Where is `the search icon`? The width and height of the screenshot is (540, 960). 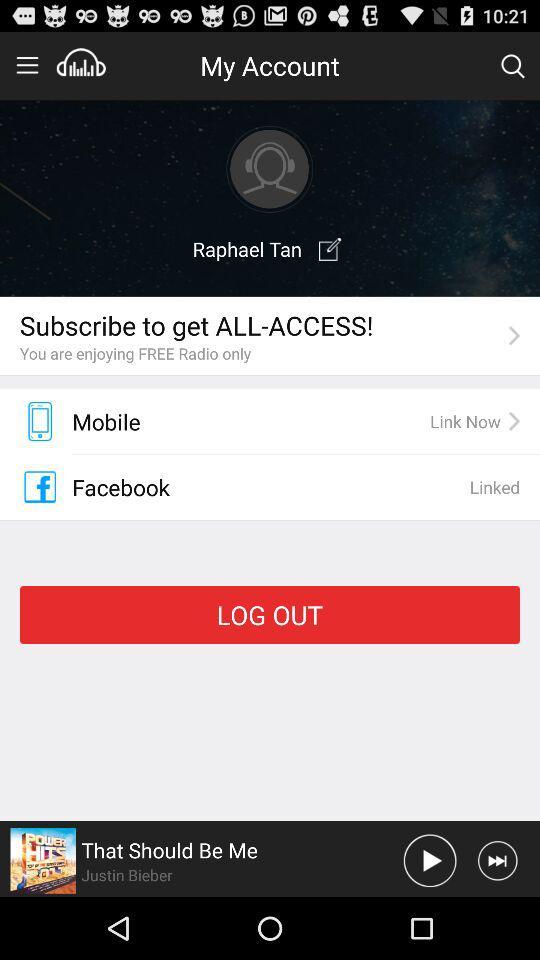 the search icon is located at coordinates (512, 70).